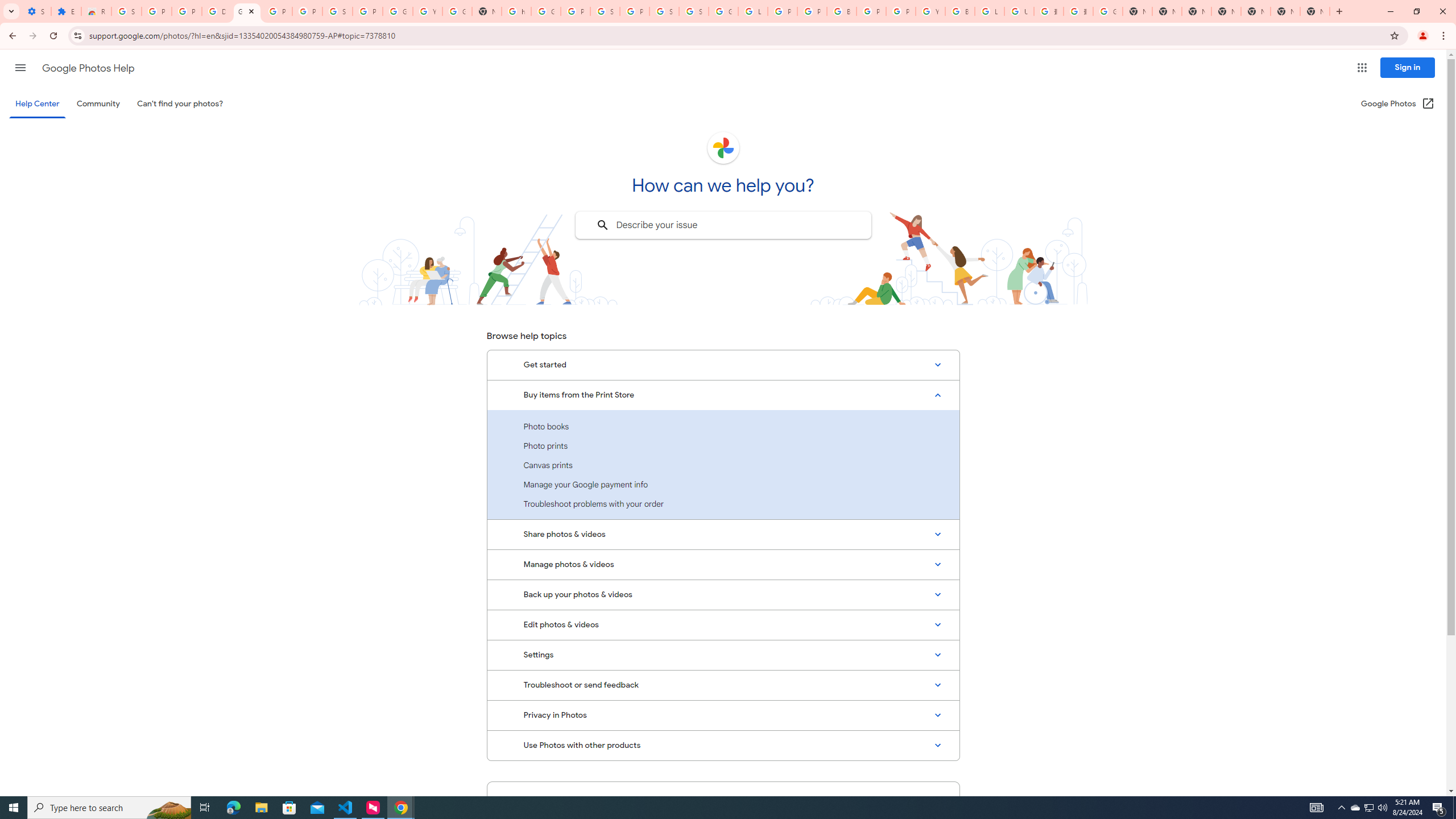  What do you see at coordinates (723, 427) in the screenshot?
I see `'Photo books'` at bounding box center [723, 427].